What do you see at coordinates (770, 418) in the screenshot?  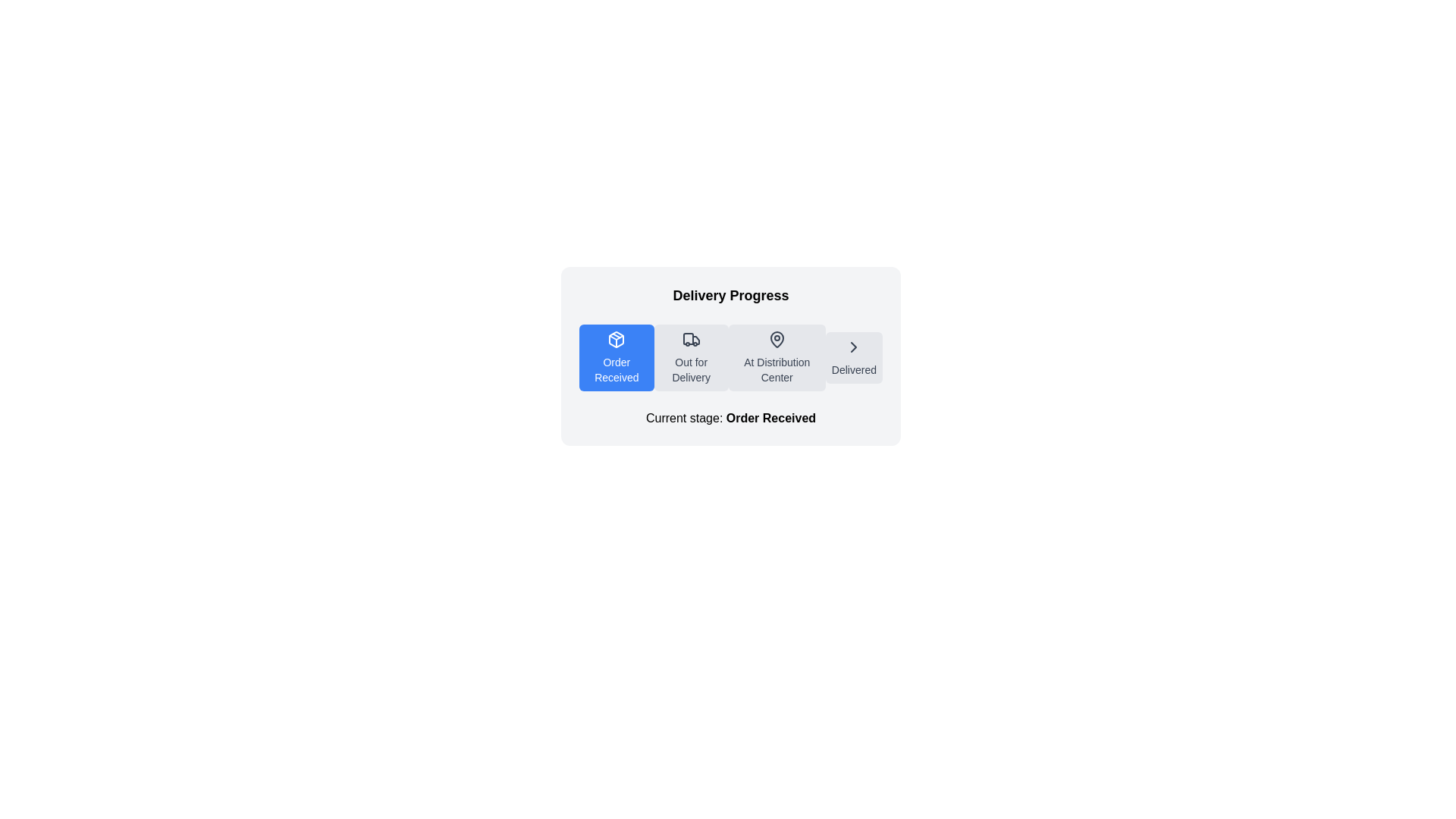 I see `the text label displaying 'Order Received', which is styled with bold black text and located below the 'Delivery Progress' status tracker` at bounding box center [770, 418].